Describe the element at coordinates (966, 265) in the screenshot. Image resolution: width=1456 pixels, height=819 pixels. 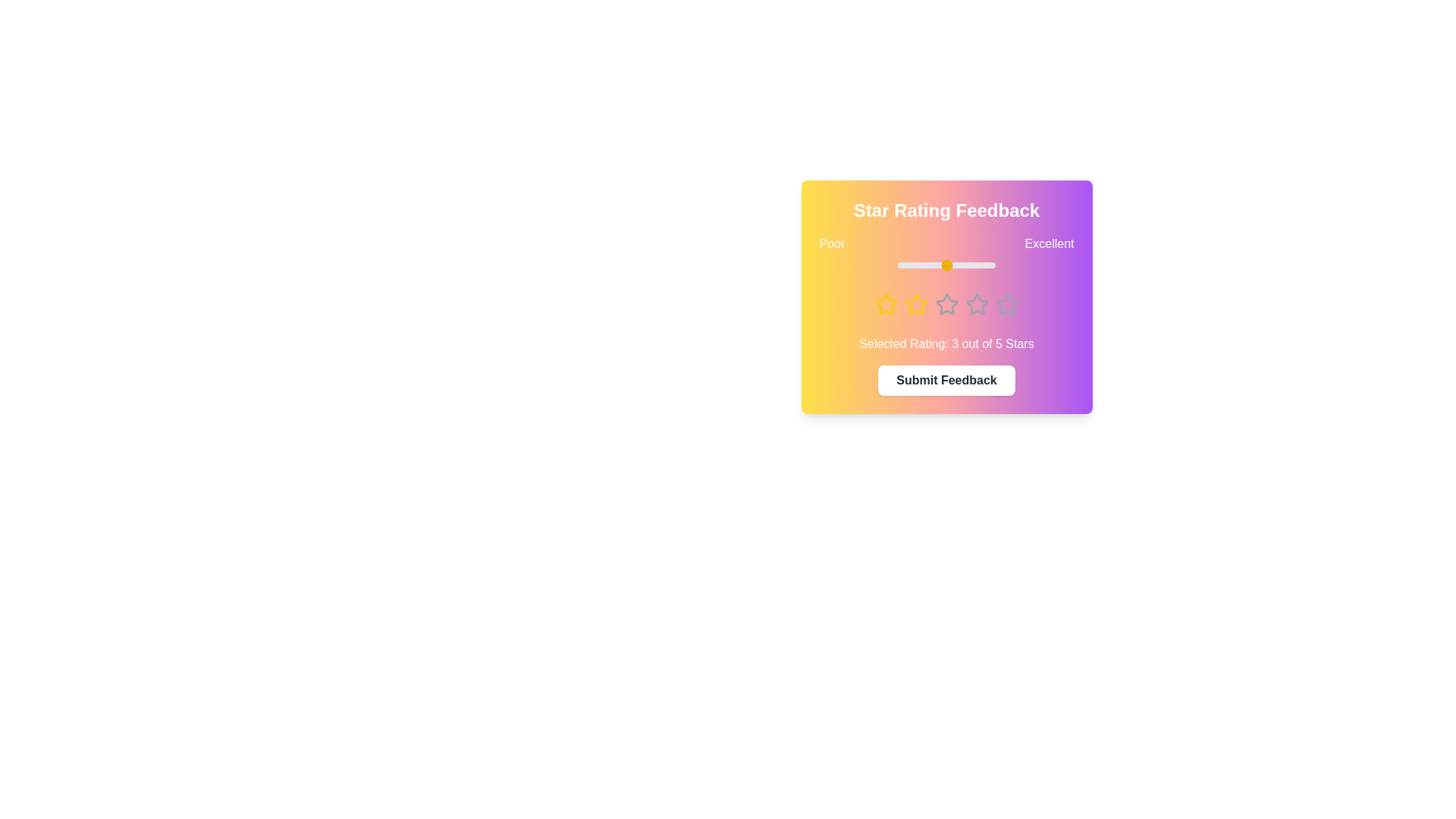
I see `the slider to set the rating value to 71` at that location.